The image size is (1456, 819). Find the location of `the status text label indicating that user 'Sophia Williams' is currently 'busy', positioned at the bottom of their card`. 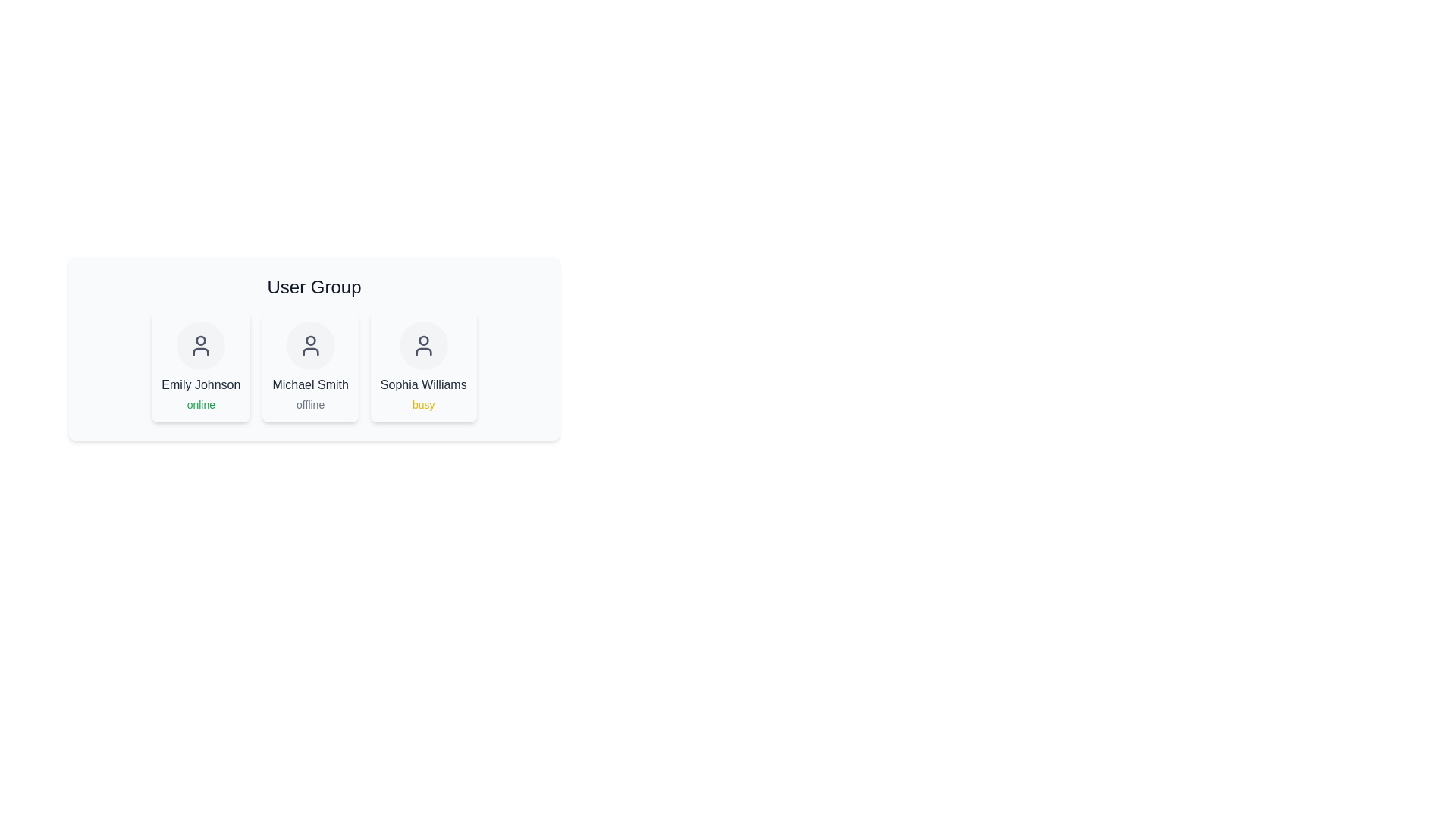

the status text label indicating that user 'Sophia Williams' is currently 'busy', positioned at the bottom of their card is located at coordinates (422, 403).